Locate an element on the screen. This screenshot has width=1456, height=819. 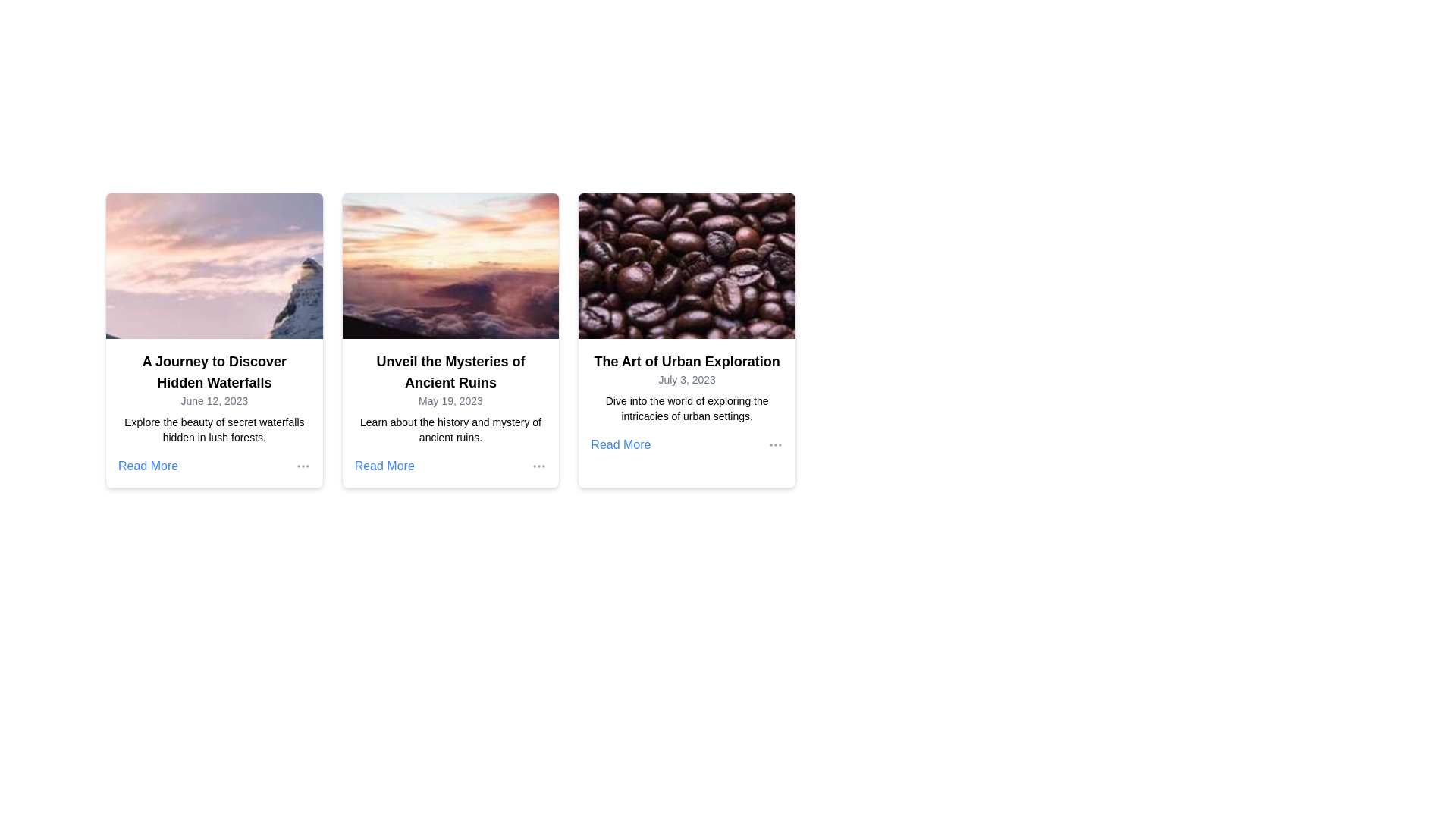
the image thumbnail located at the top of the card titled 'The Art of Urban Exploration' is located at coordinates (686, 265).